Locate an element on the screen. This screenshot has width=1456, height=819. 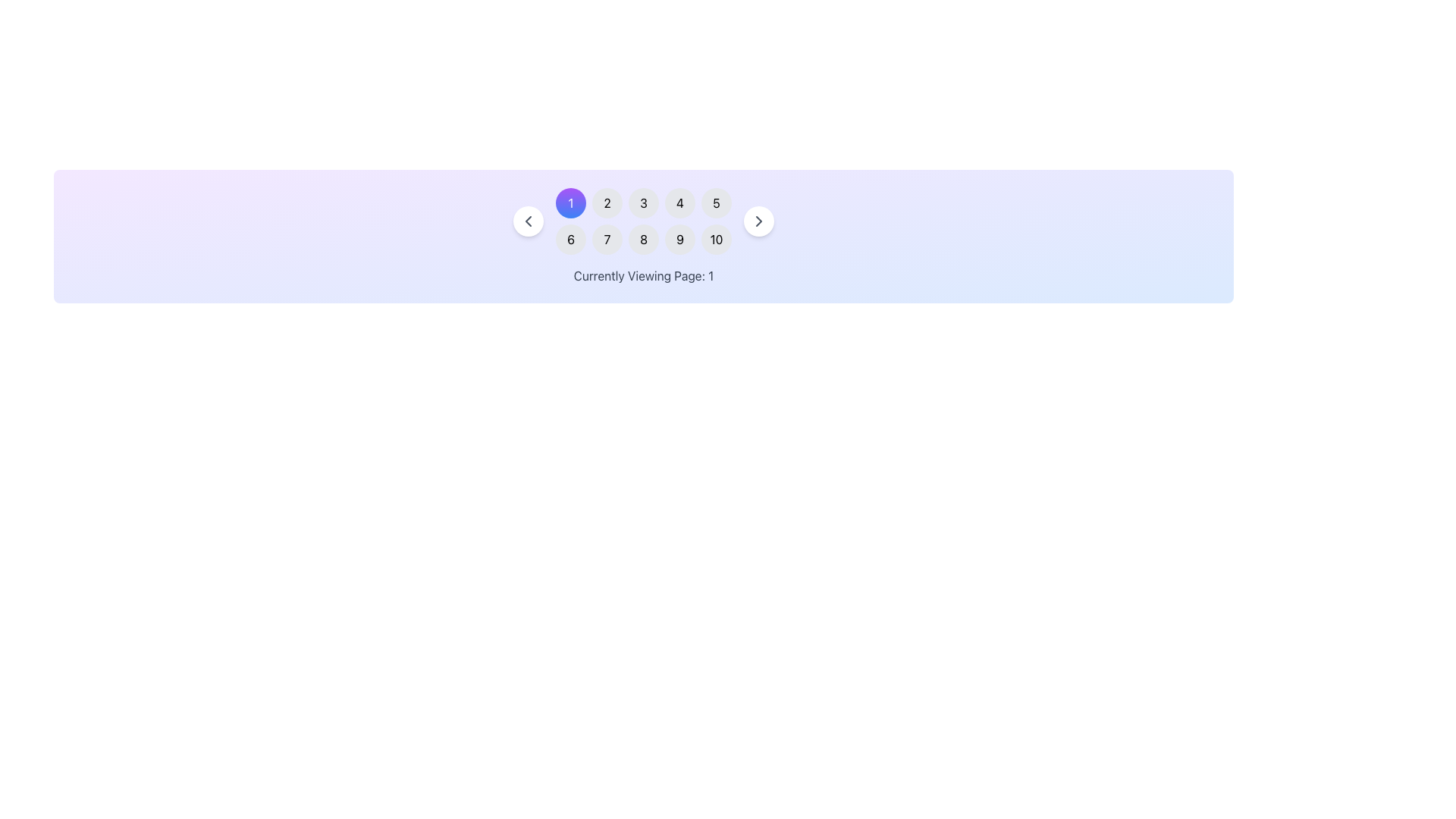
the circular button with a gray background containing the number '7' is located at coordinates (607, 239).